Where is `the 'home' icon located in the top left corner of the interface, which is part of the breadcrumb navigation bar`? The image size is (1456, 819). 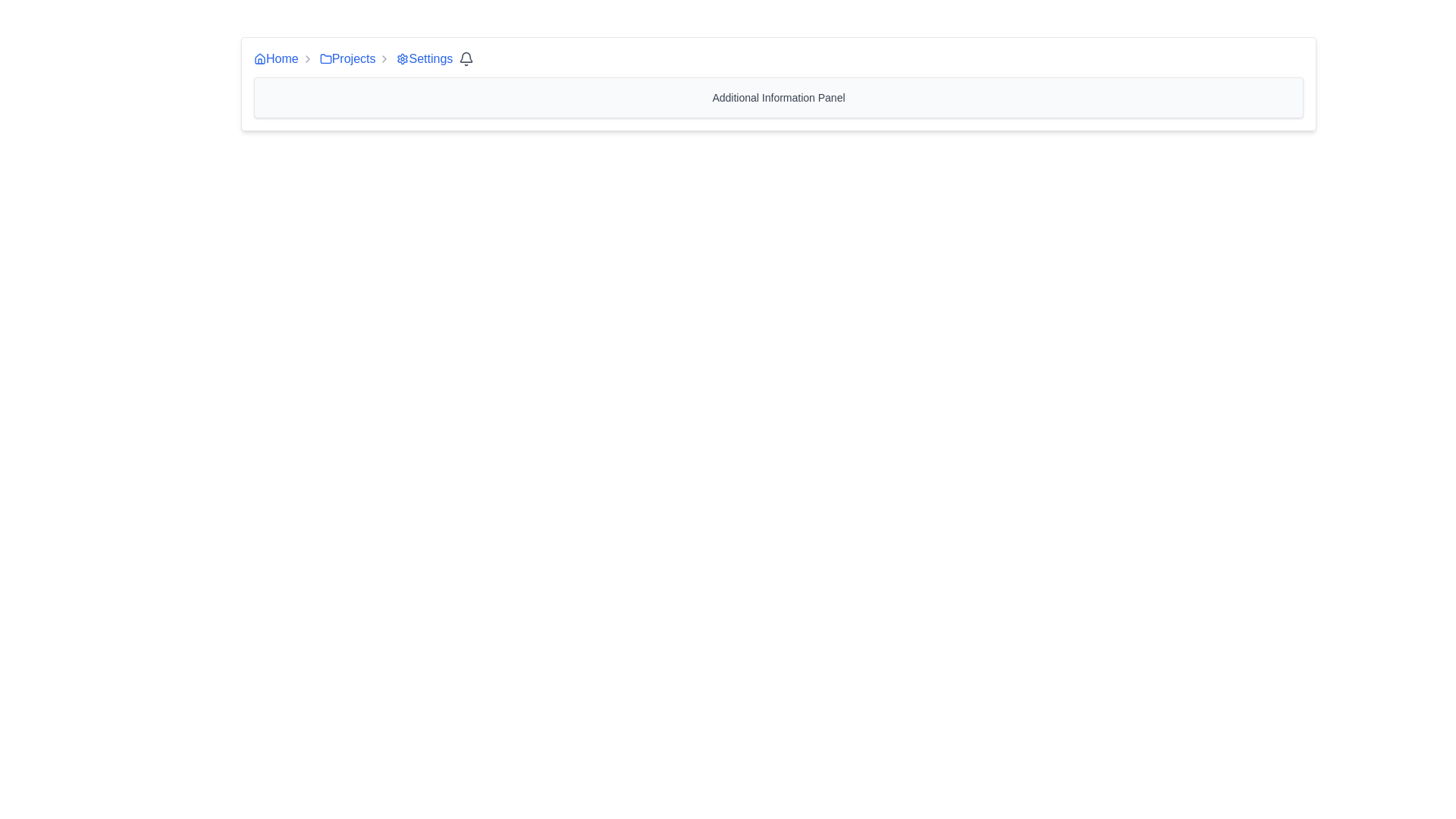 the 'home' icon located in the top left corner of the interface, which is part of the breadcrumb navigation bar is located at coordinates (259, 58).